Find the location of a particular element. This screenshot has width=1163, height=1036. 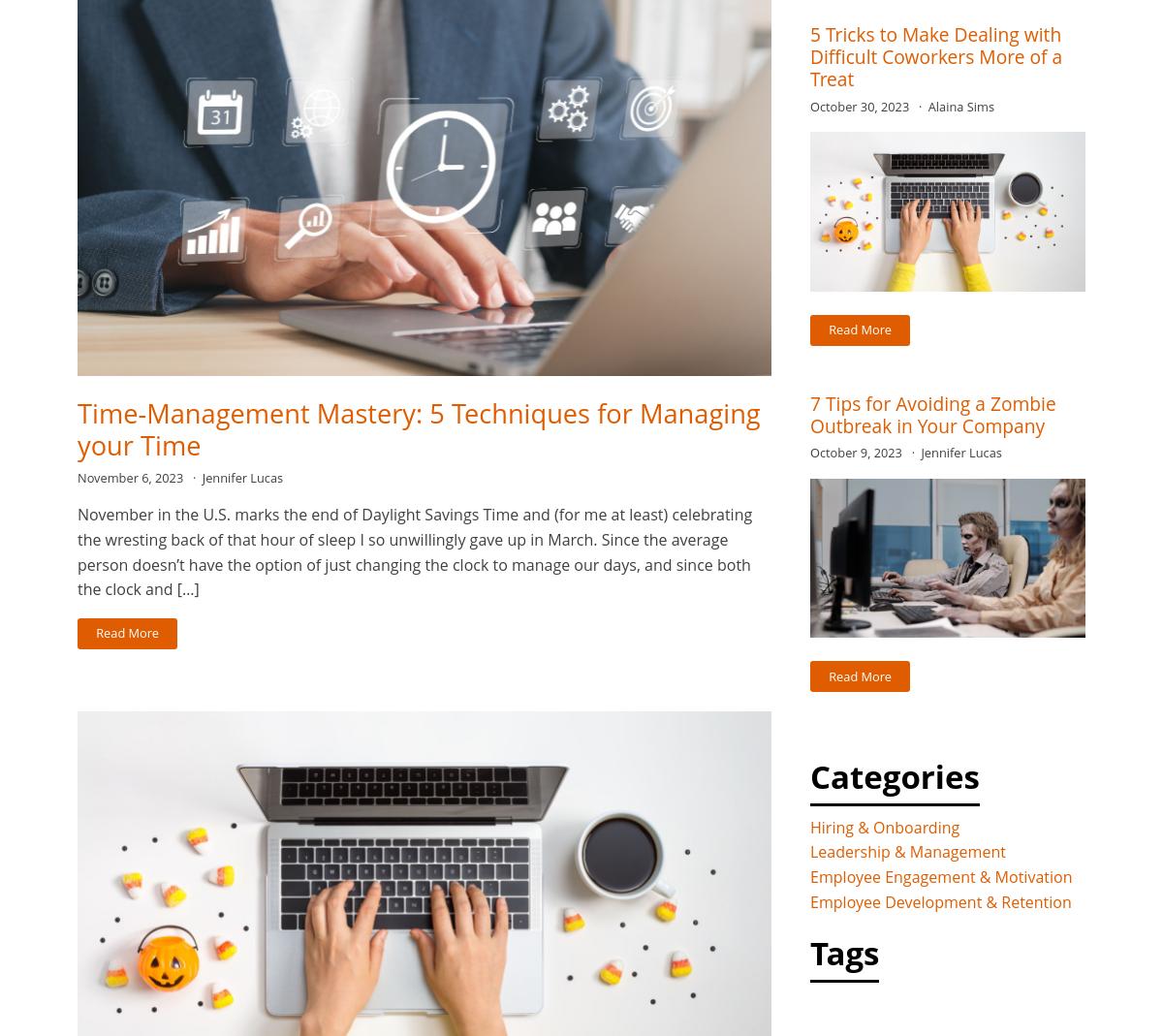

'Time-Management Mastery: 5 Techniques for Managing your Time' is located at coordinates (419, 427).